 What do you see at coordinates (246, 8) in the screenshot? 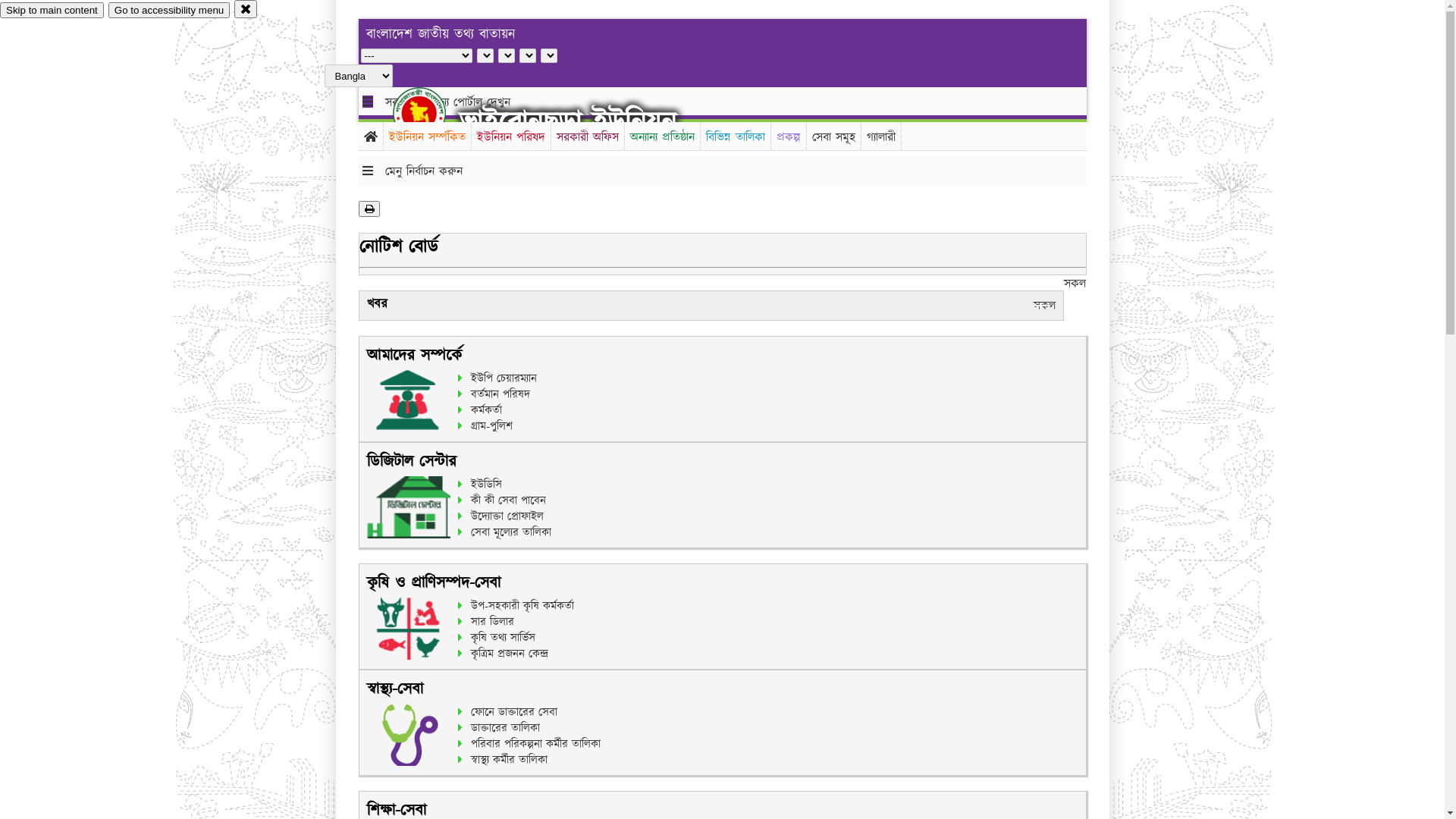
I see `'close'` at bounding box center [246, 8].